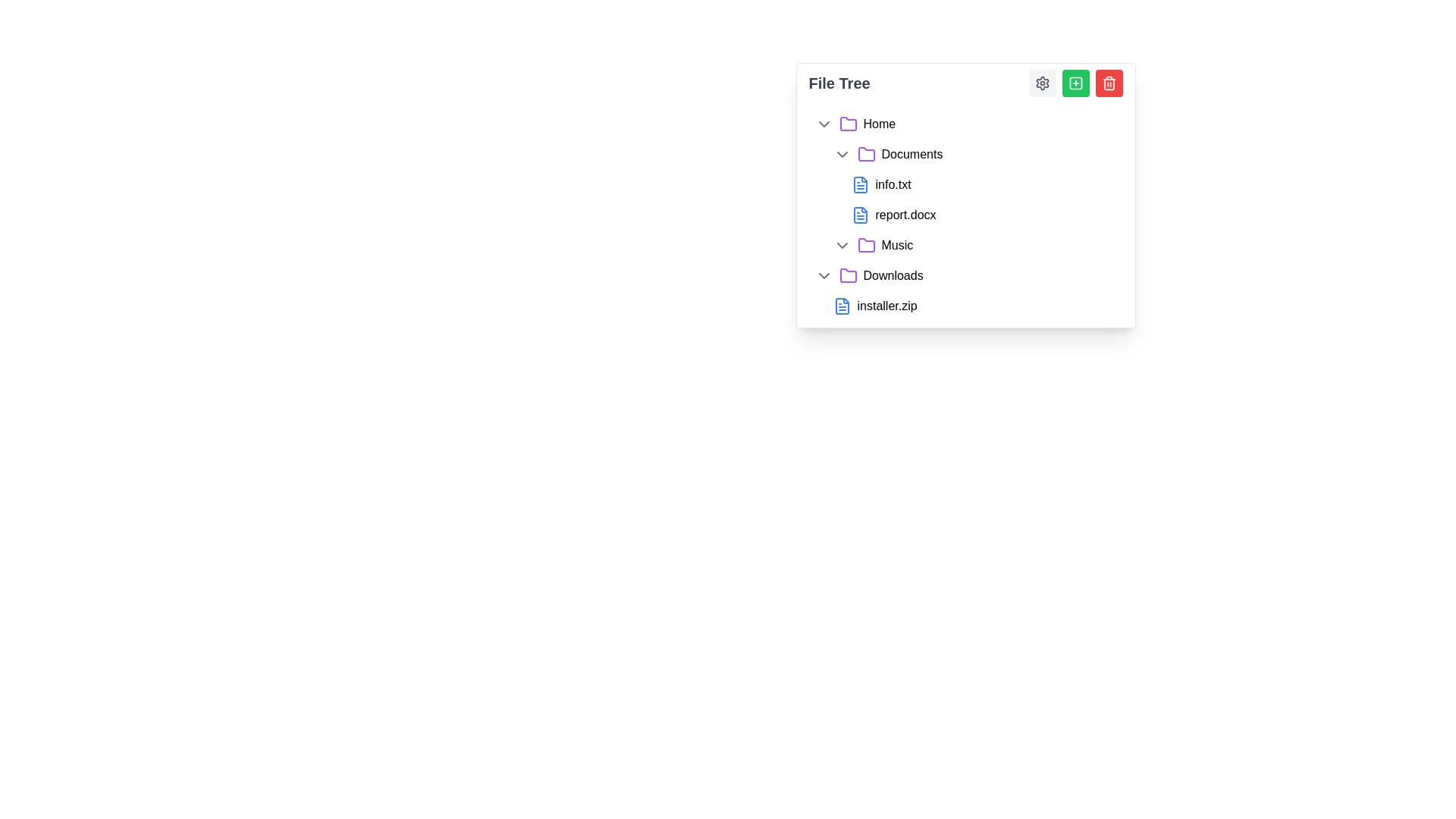  I want to click on the blue document file icon representing 'info.txt' in the File Tree interface, so click(860, 184).